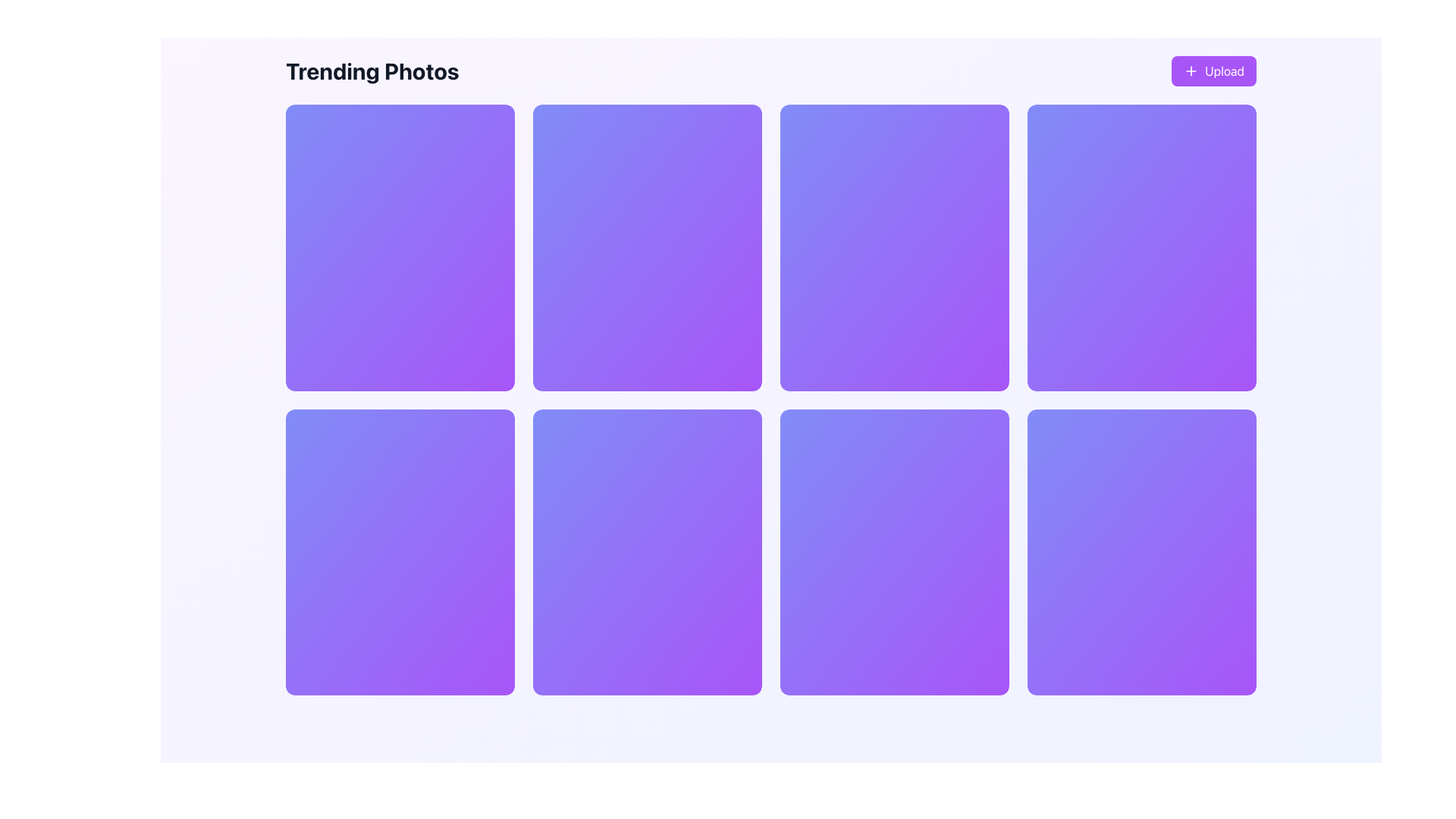 Image resolution: width=1456 pixels, height=819 pixels. Describe the element at coordinates (400, 552) in the screenshot. I see `the interactive card containing textual information located in the second row and first column of the grid` at that location.